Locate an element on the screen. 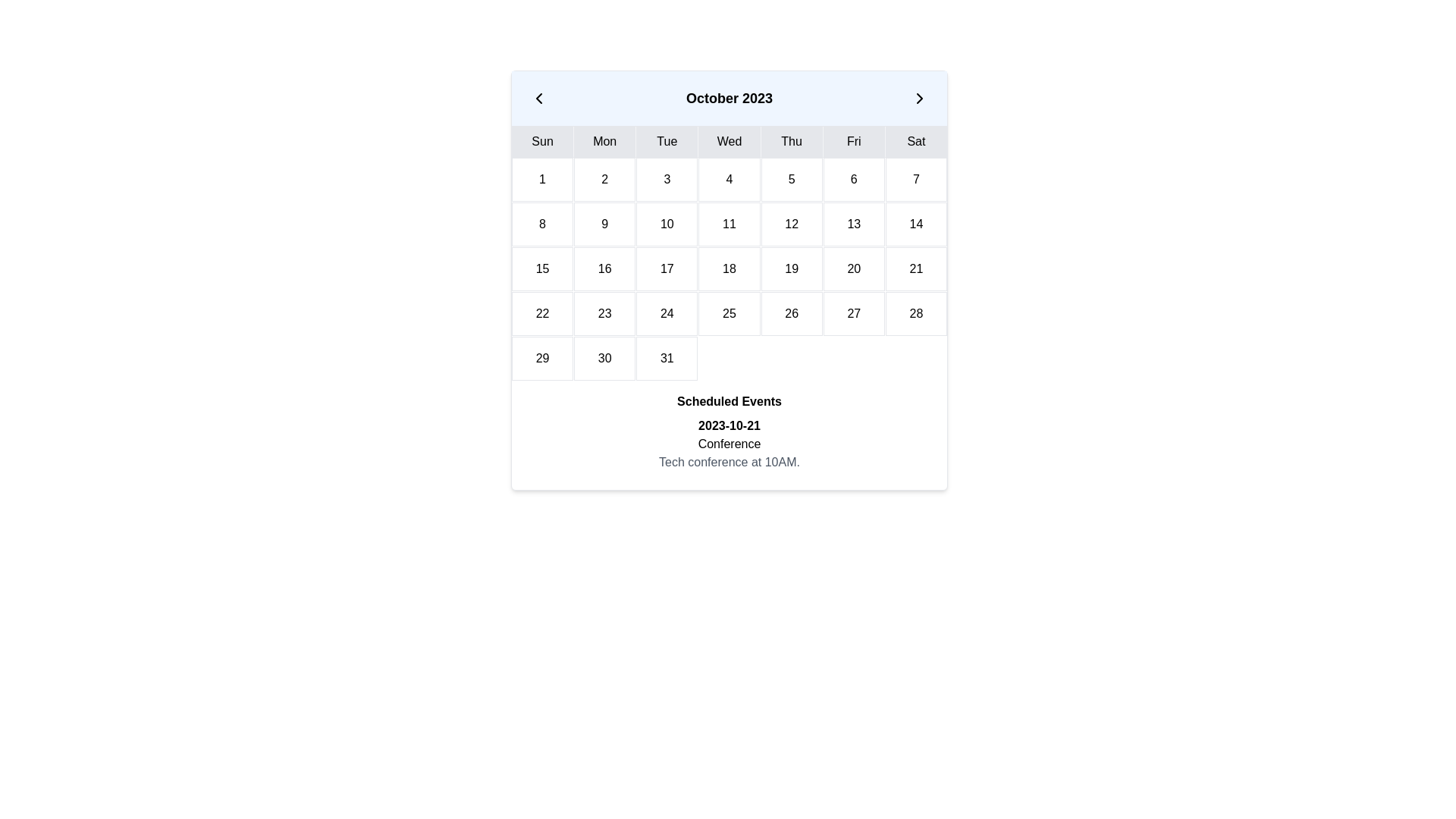  the text element that provides details about the scheduled conference event, located directly below the elements showing '2023-10-21' and 'Conference' is located at coordinates (729, 461).